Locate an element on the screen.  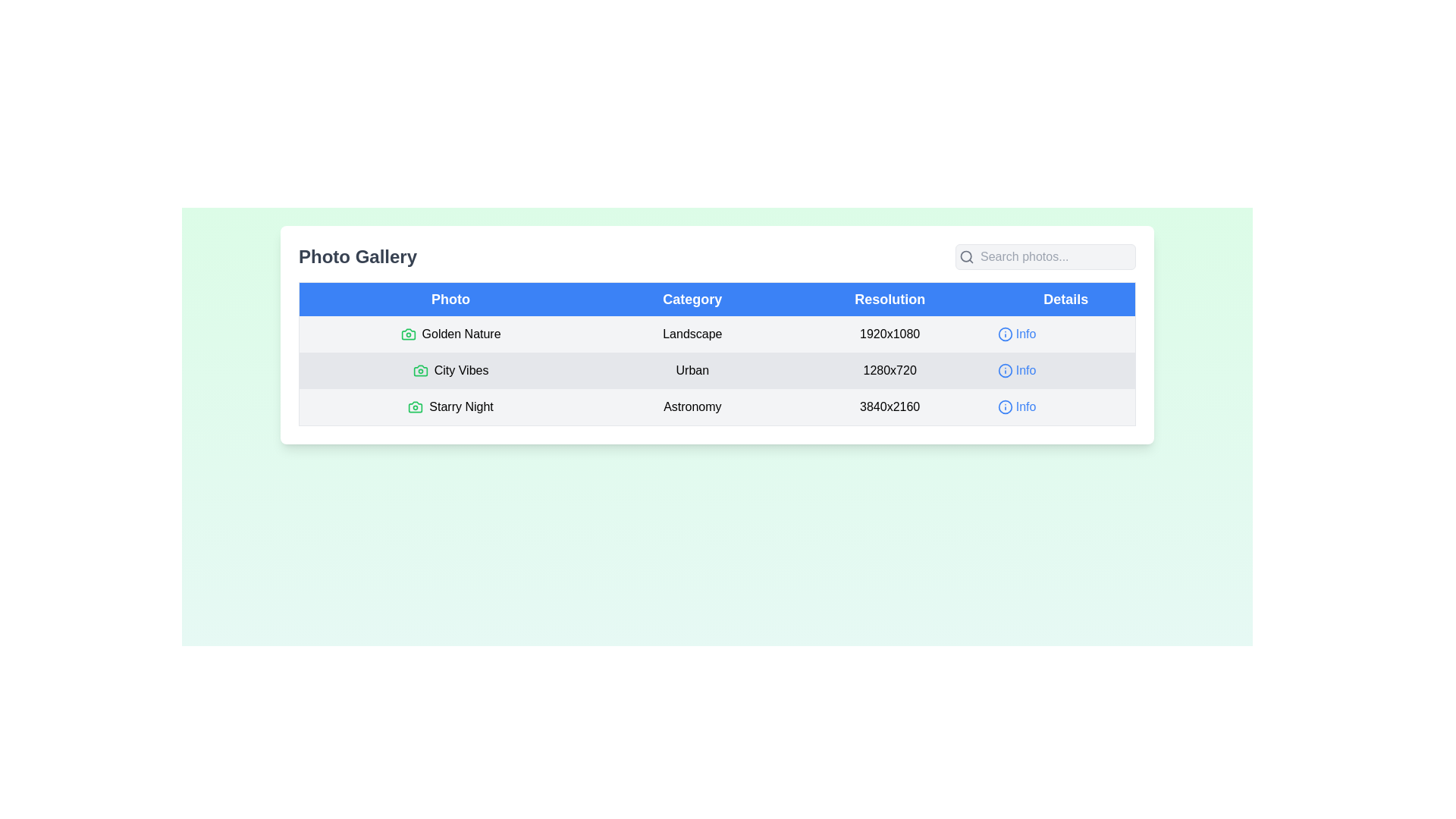
the camera icon in the 'Photo' column of the 'City Vibes' entry is located at coordinates (420, 371).